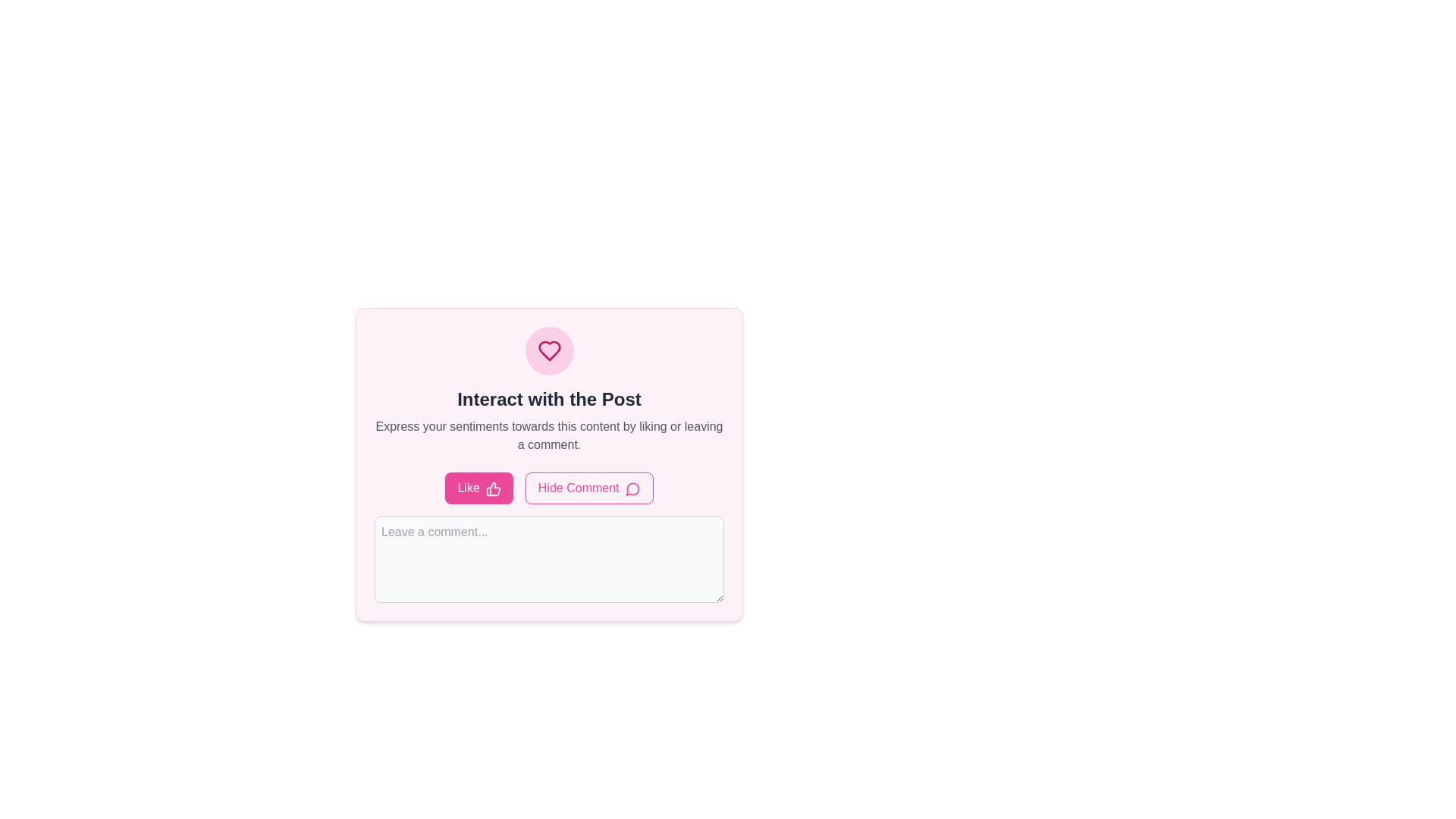 The image size is (1456, 819). Describe the element at coordinates (493, 488) in the screenshot. I see `the 'Like' button icon located to the right of the text within the button at the bottom center of the interface` at that location.